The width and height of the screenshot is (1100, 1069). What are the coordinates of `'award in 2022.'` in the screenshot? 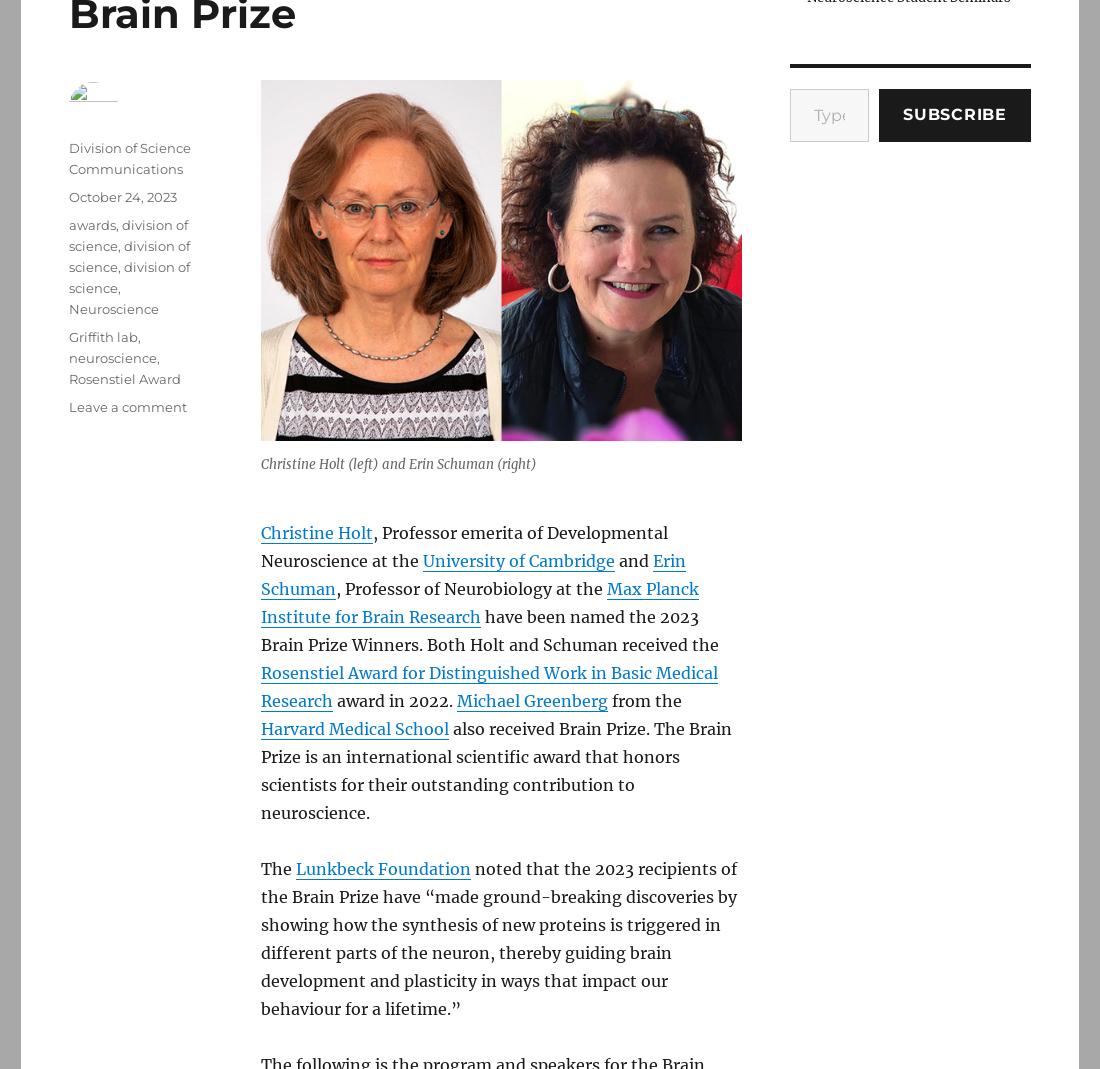 It's located at (331, 700).